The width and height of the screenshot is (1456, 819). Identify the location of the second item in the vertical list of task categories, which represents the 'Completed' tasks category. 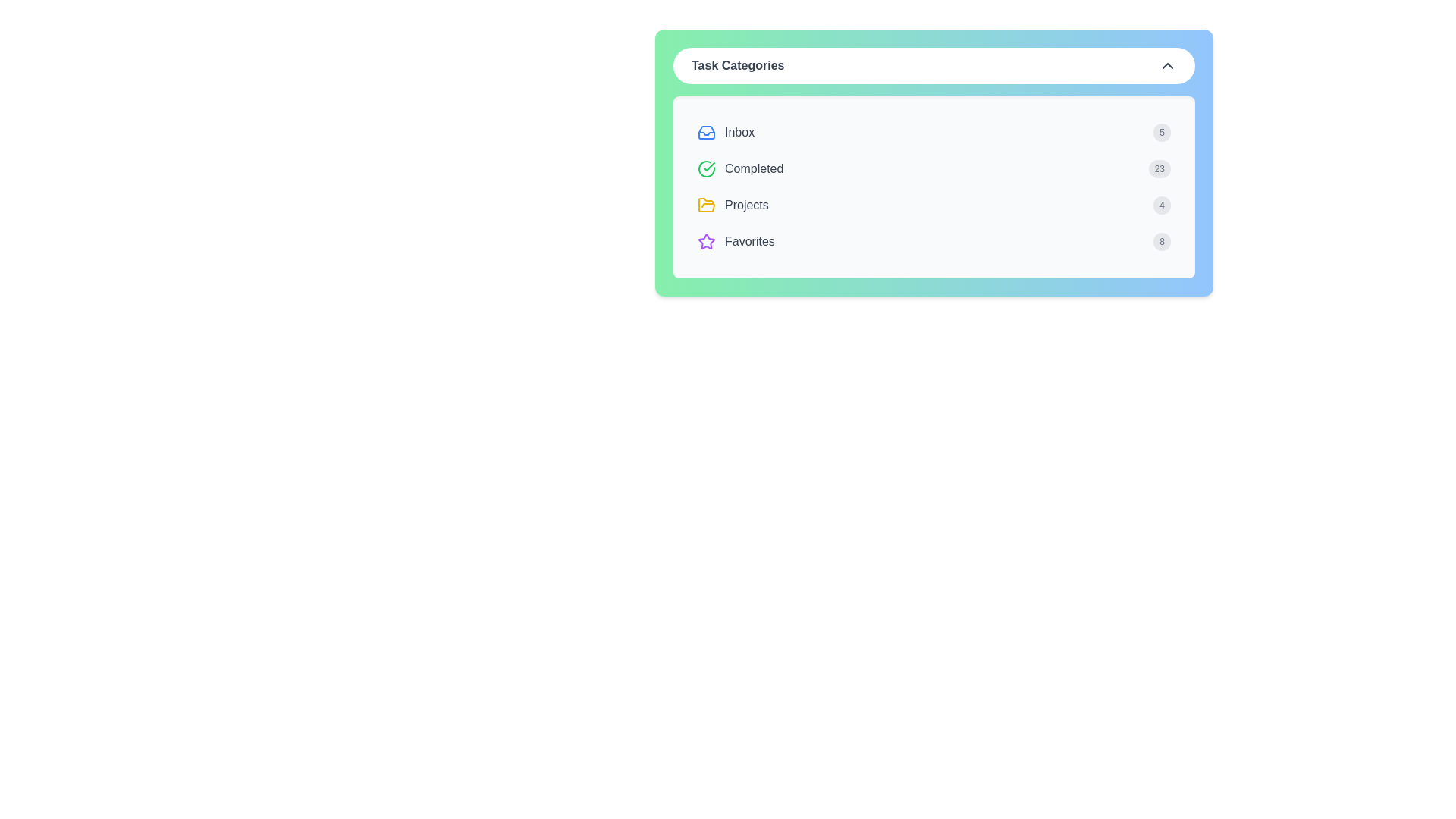
(740, 169).